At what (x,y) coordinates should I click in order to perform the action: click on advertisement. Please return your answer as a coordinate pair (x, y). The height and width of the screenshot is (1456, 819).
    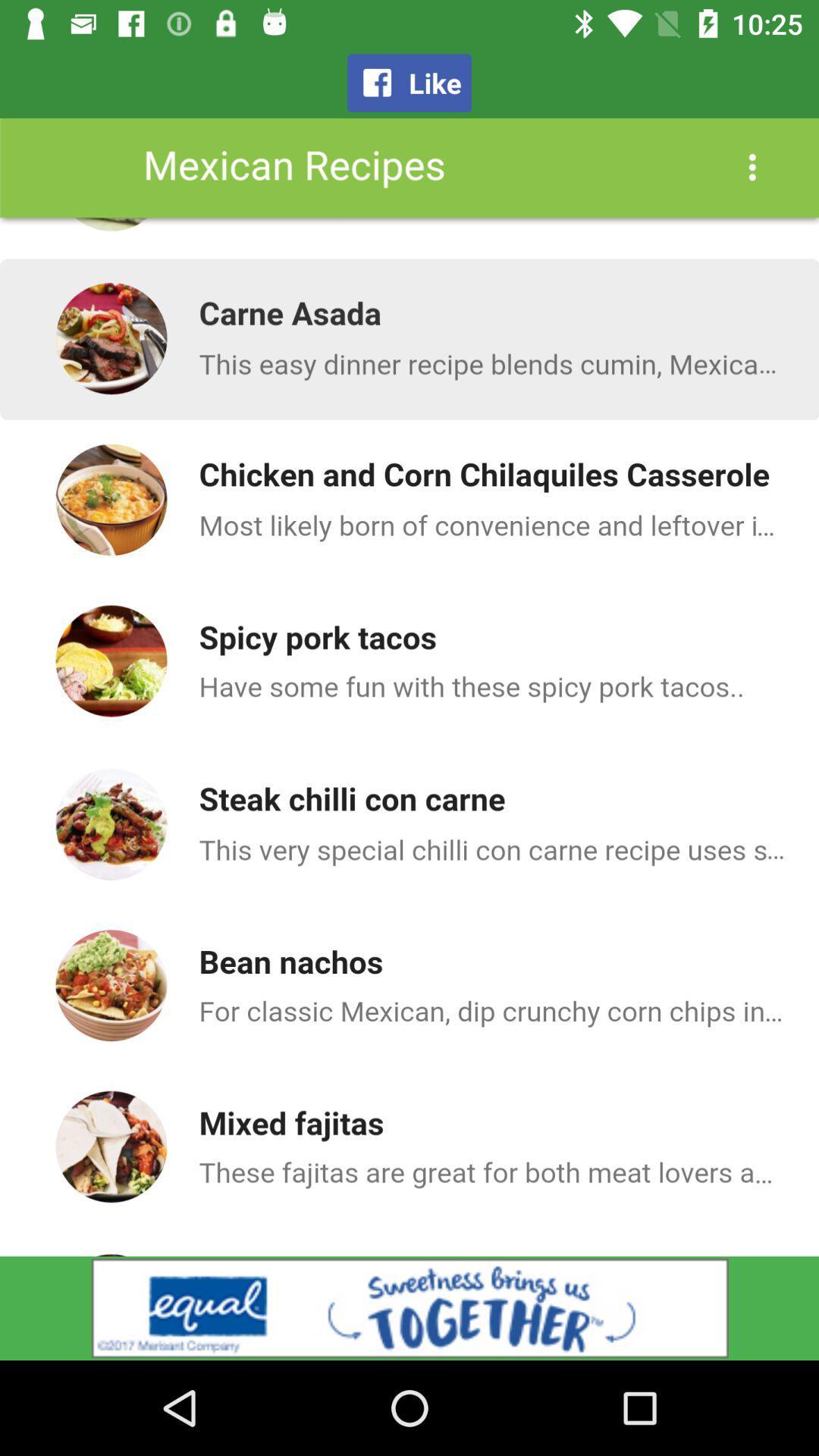
    Looking at the image, I should click on (409, 1307).